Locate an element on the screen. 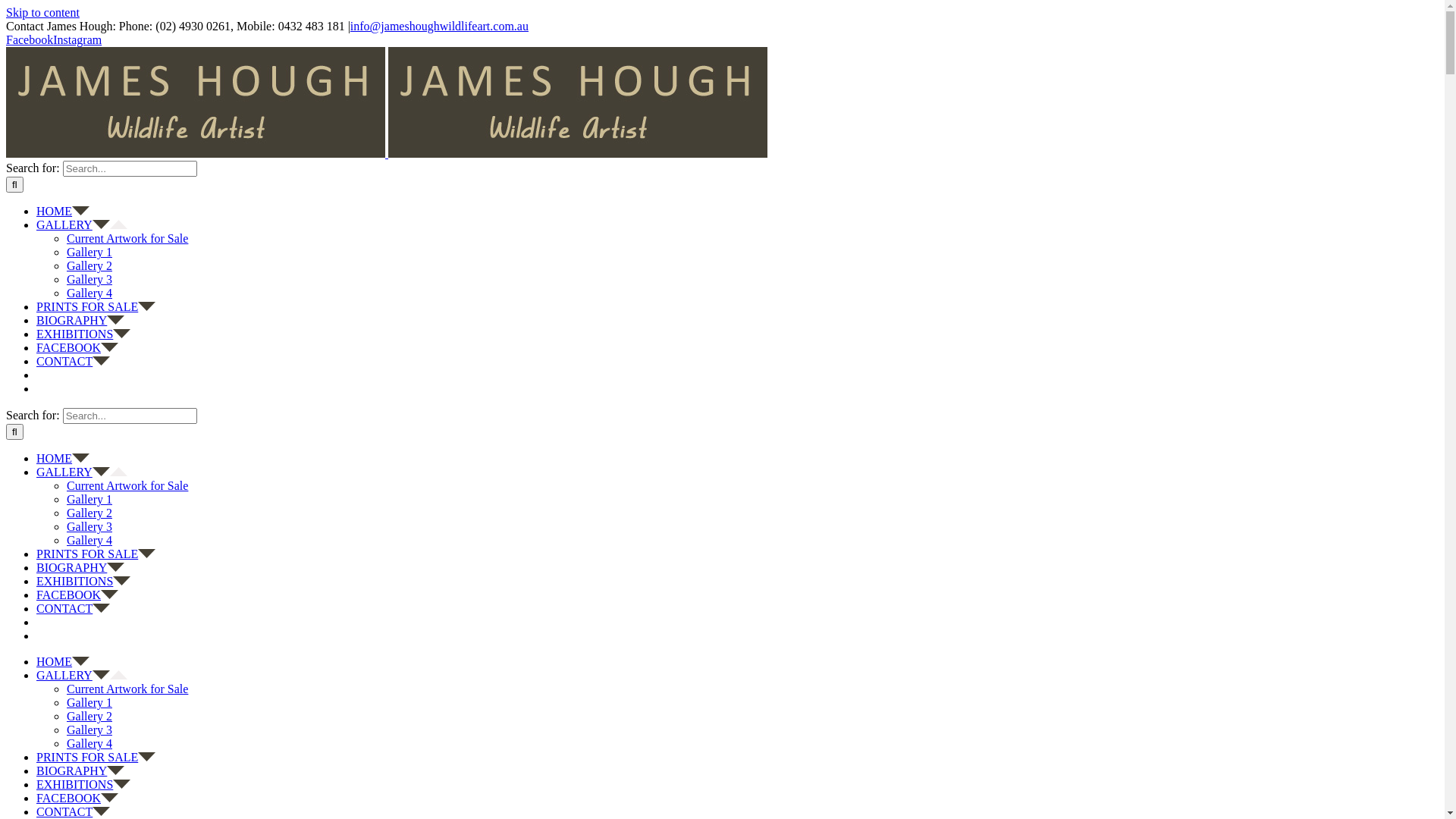  'BIOGRAPHY' is located at coordinates (79, 319).